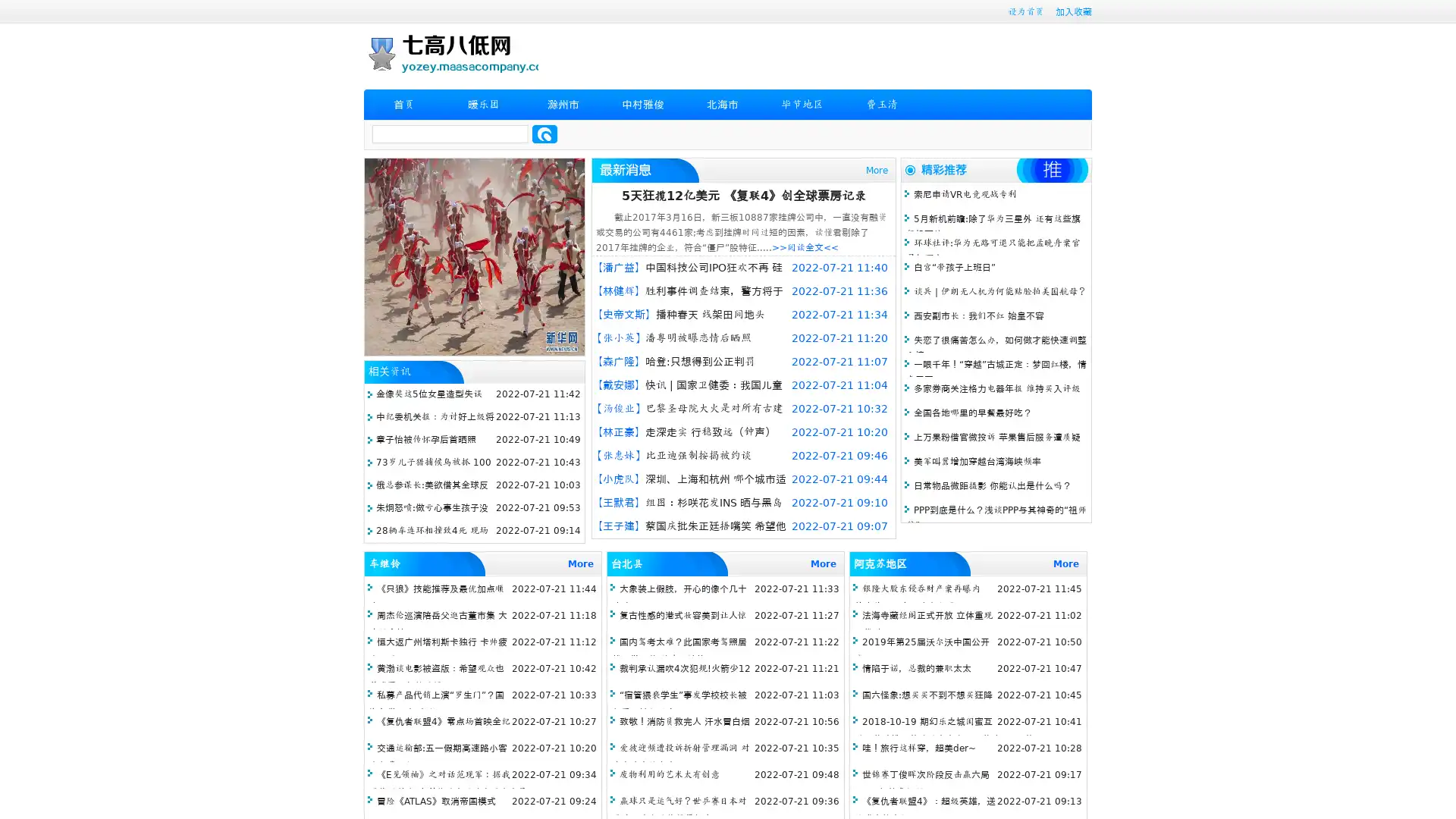  I want to click on Search, so click(544, 133).